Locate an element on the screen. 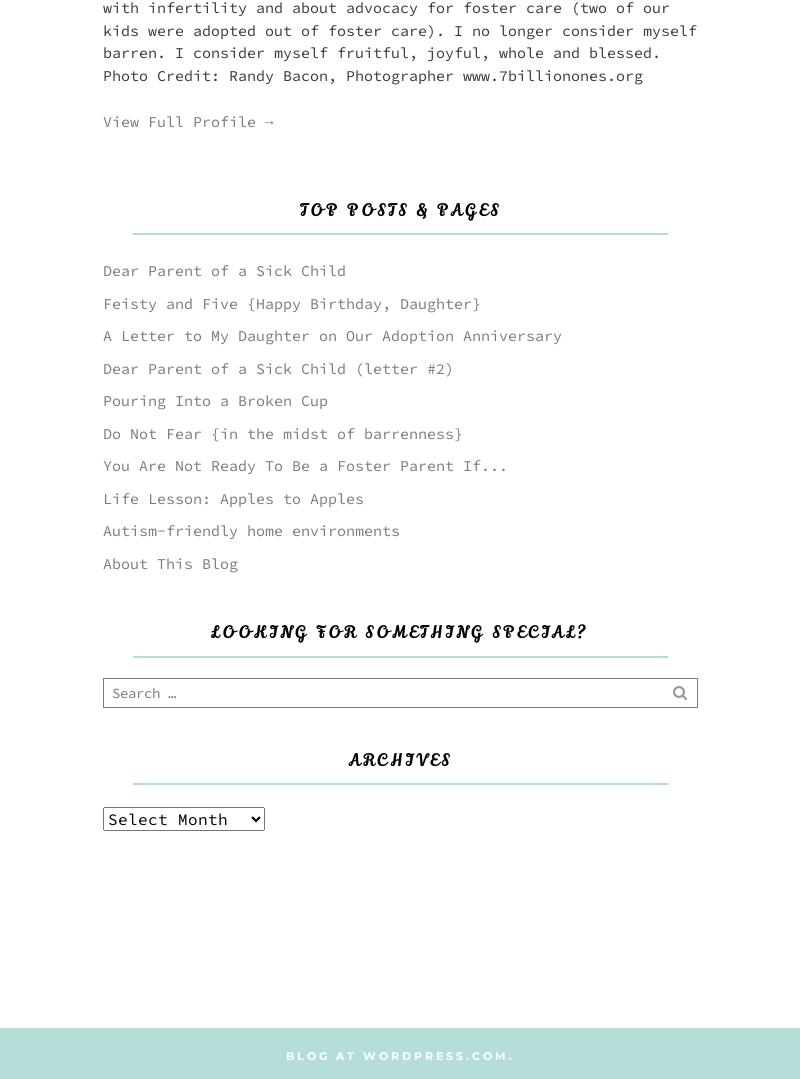 This screenshot has height=1079, width=800. 'Looking for something special?' is located at coordinates (400, 631).